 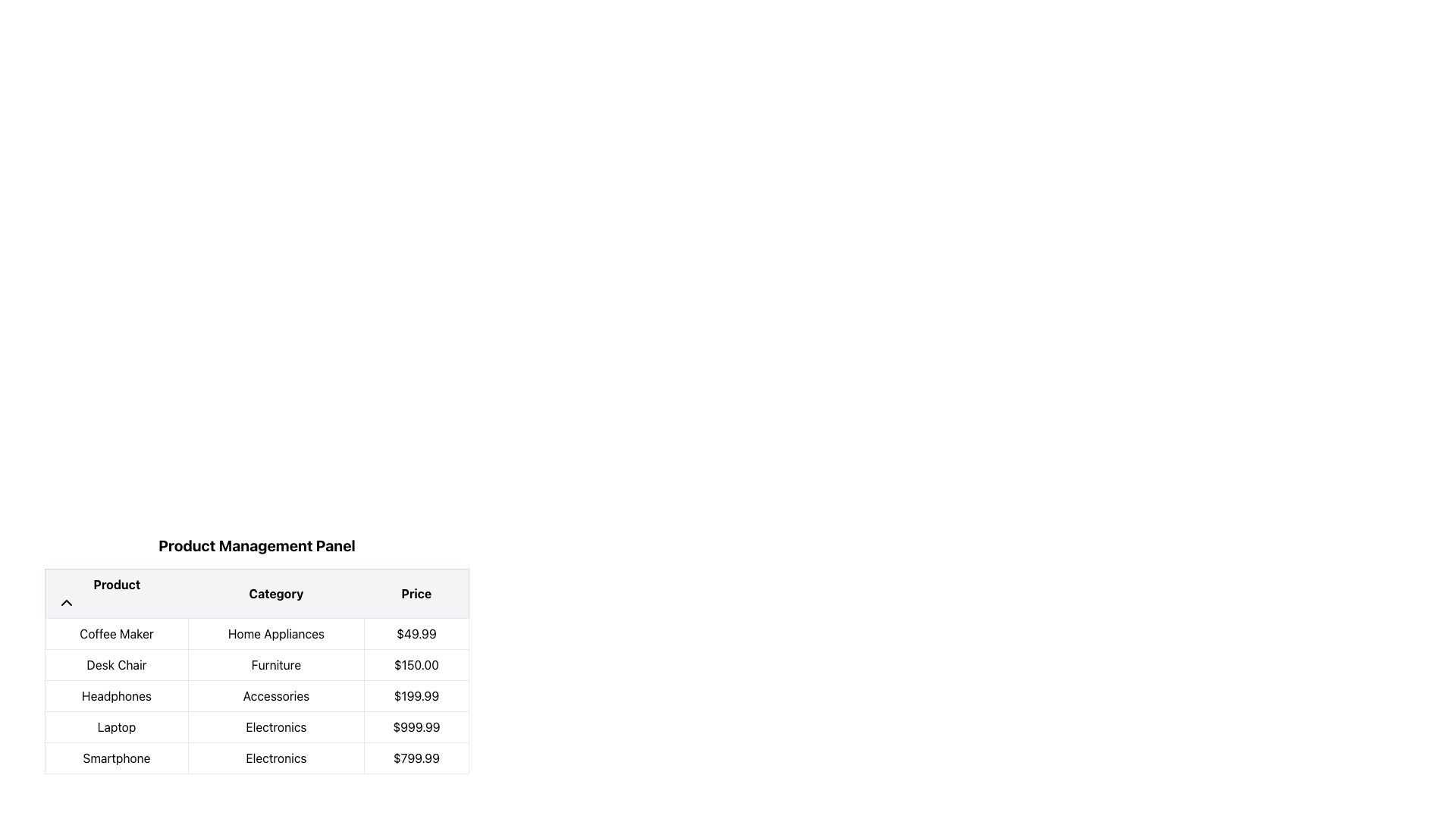 I want to click on the 'Smartphone' text label in the product management table, which displays the product name in the leftmost column of the last visible row, so click(x=115, y=758).